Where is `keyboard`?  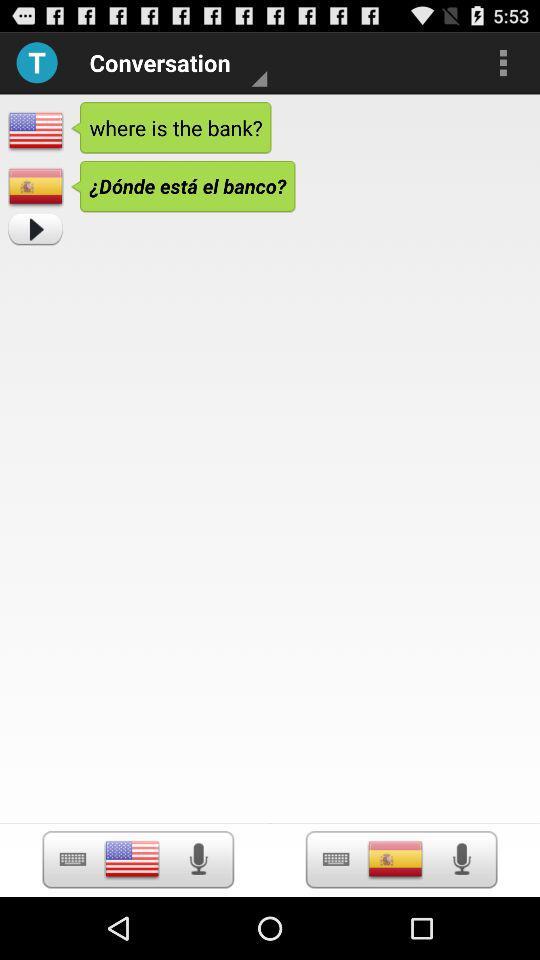 keyboard is located at coordinates (71, 858).